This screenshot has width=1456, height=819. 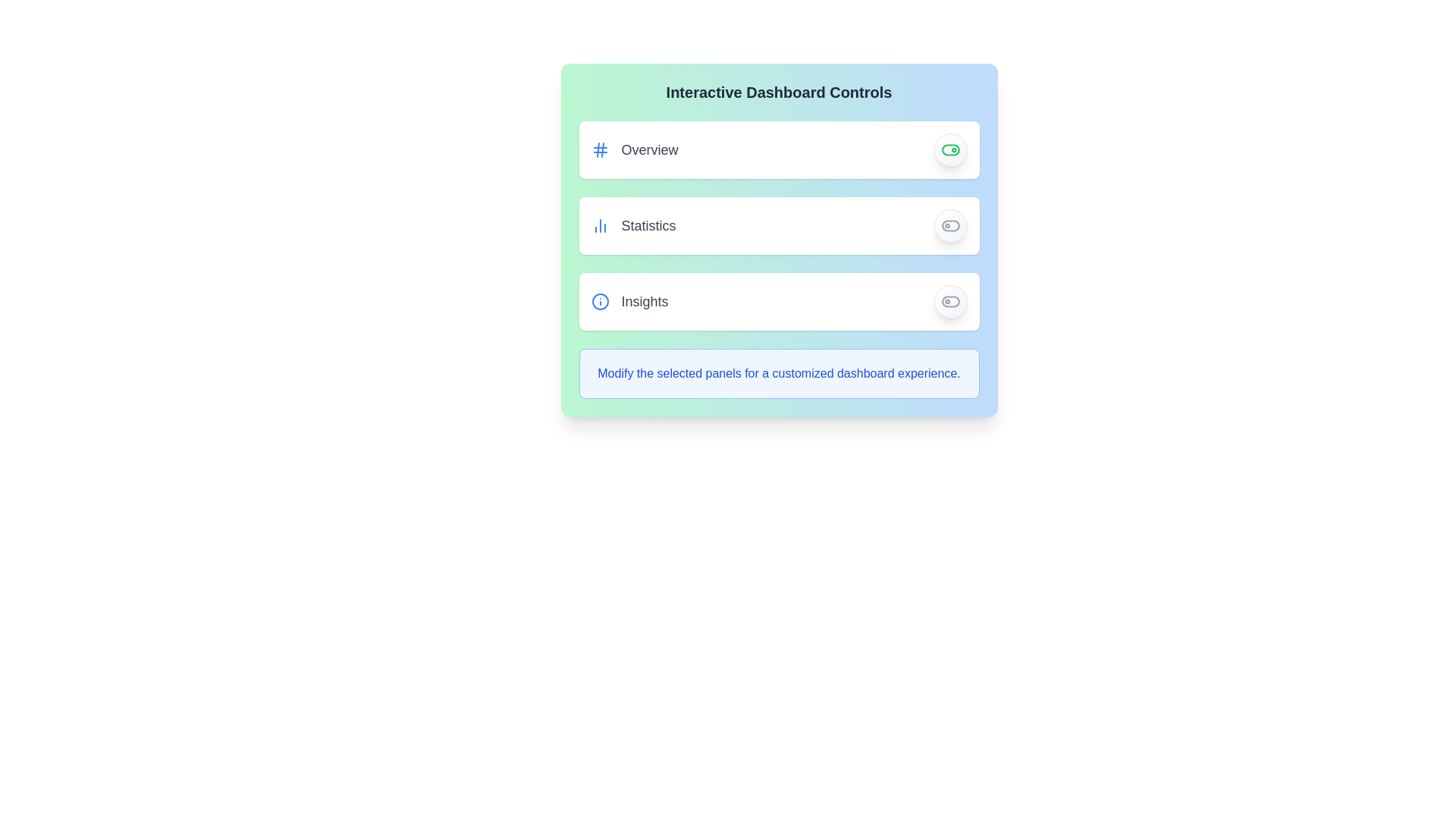 I want to click on the toggle switch component's background or track element, which is the third toggle in a vertical list located inside the 'Insights' panel, so click(x=949, y=301).